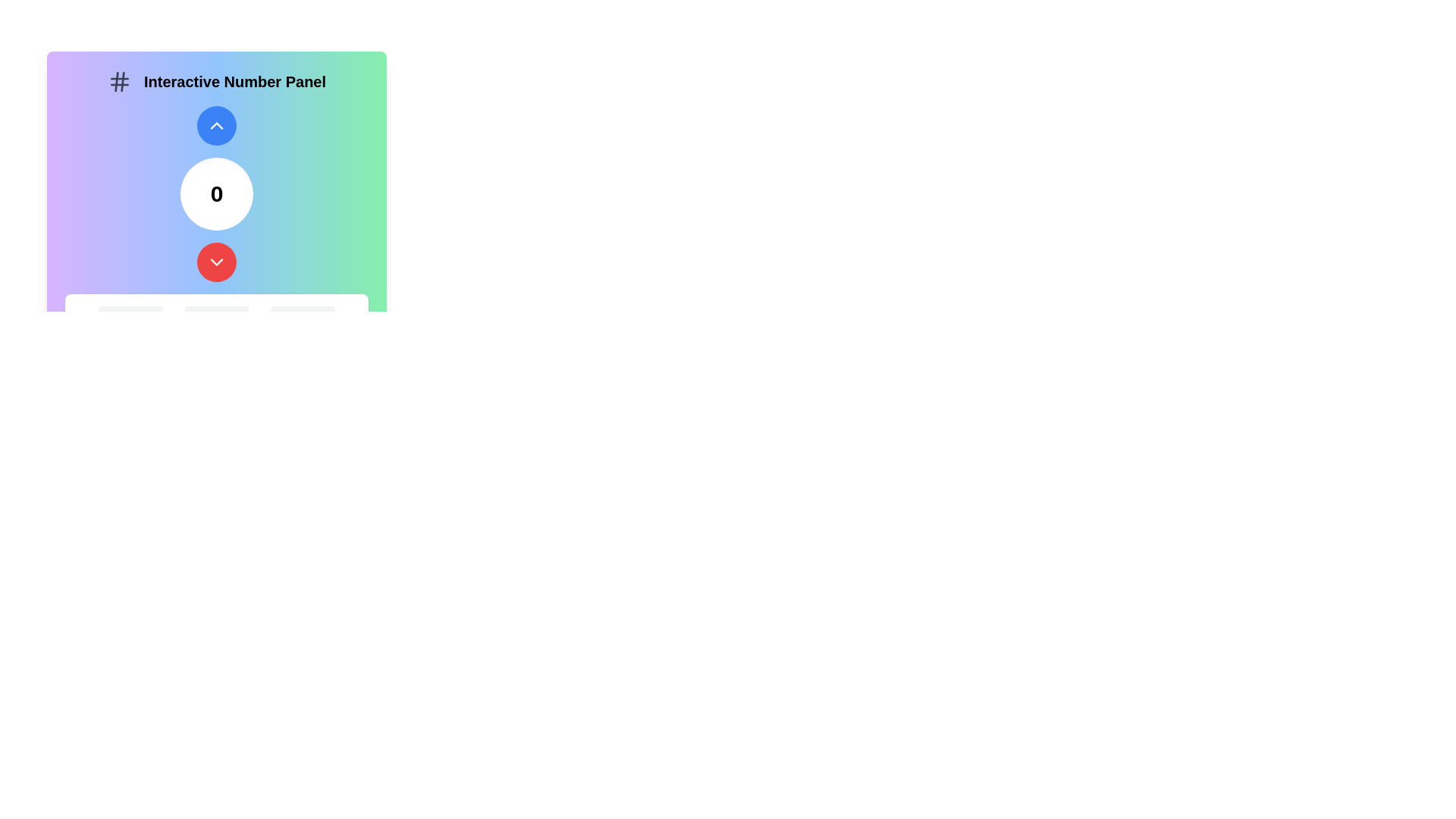 The height and width of the screenshot is (819, 1456). What do you see at coordinates (216, 82) in the screenshot?
I see `the Label with Icon that displays 'Interactive Number Panel' featuring a gray hash symbol and bold black text, located near the top center of the interface` at bounding box center [216, 82].